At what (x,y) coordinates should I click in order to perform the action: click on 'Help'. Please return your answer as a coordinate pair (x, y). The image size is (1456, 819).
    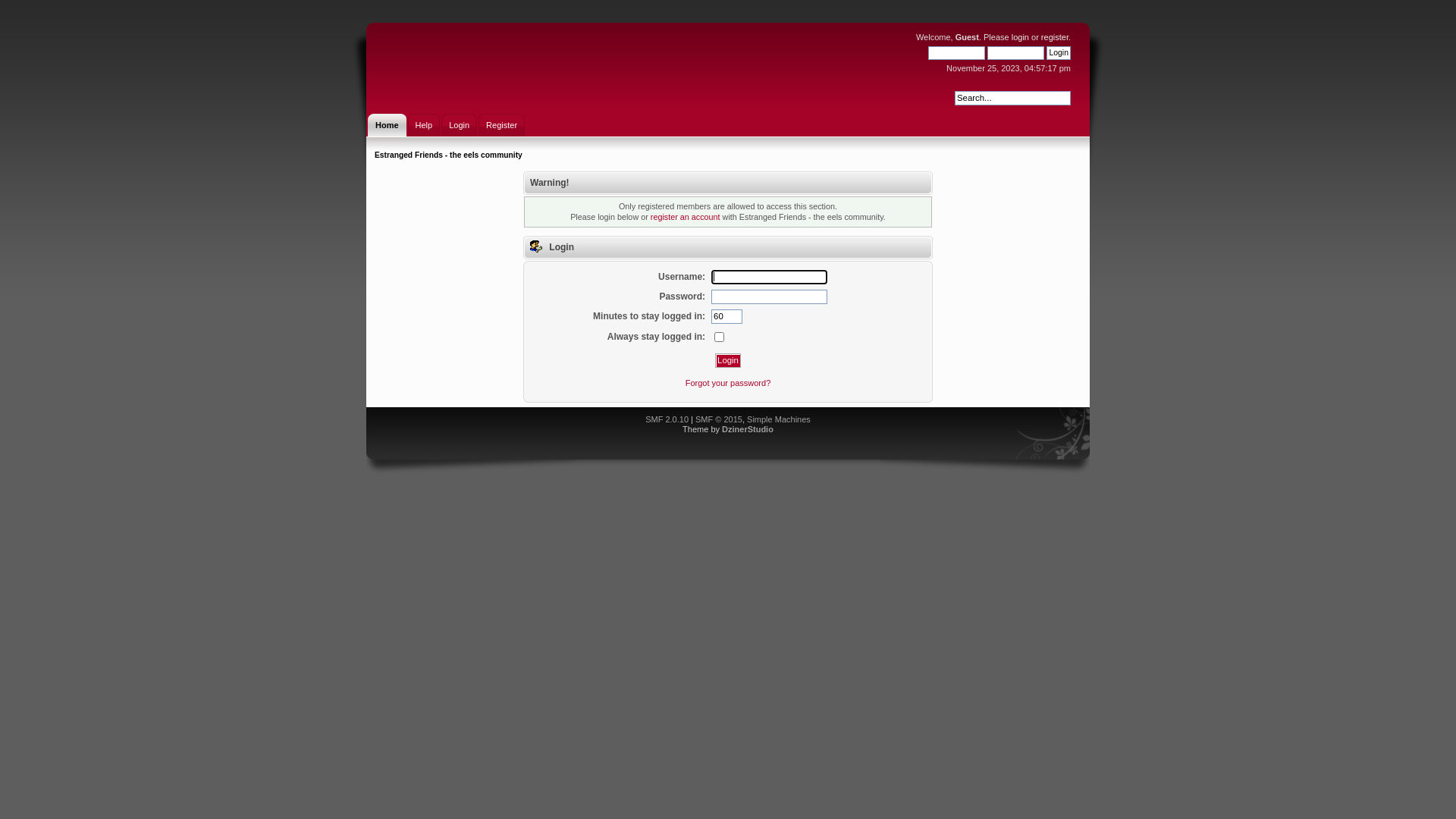
    Looking at the image, I should click on (424, 124).